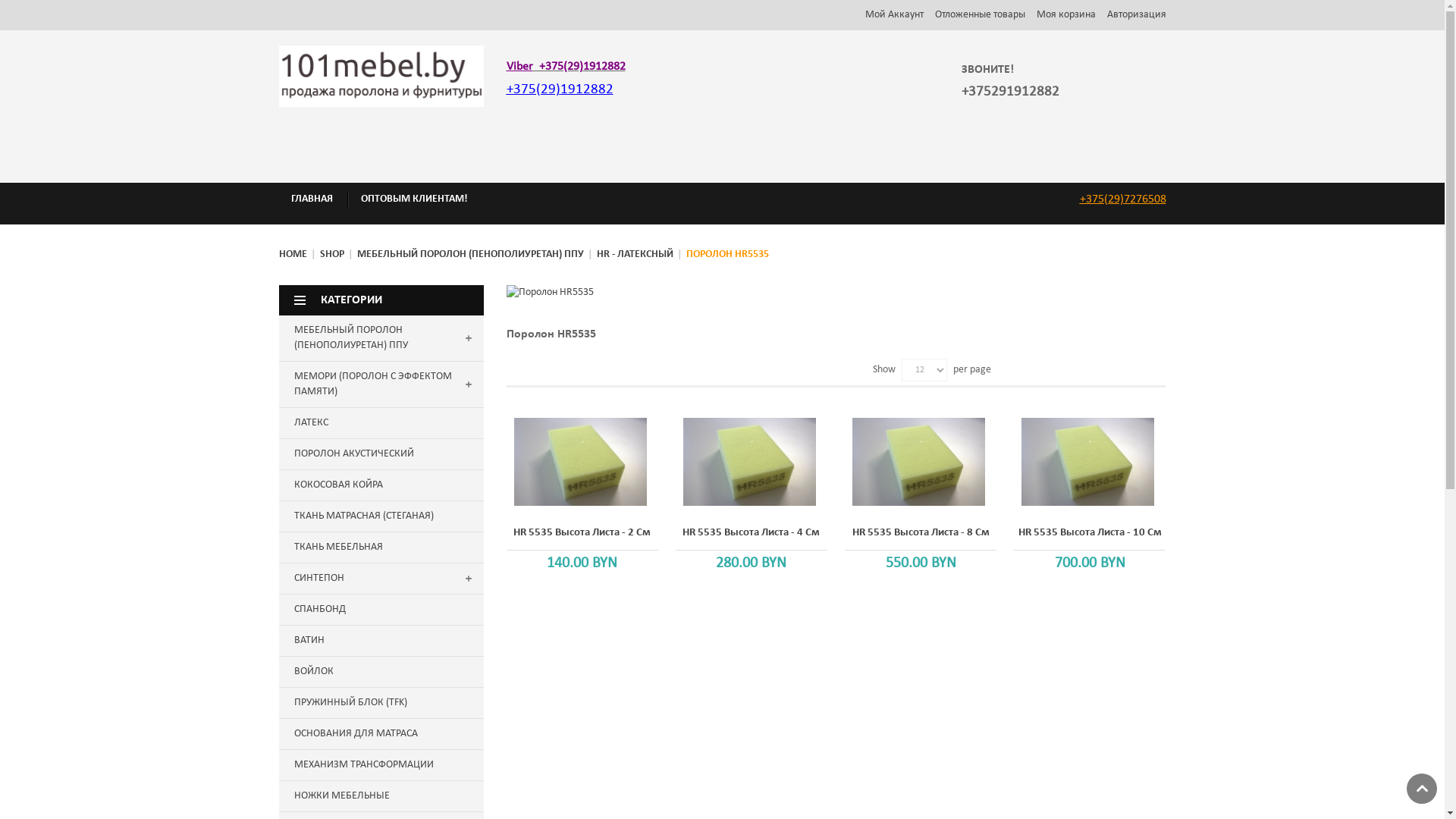 This screenshot has width=1456, height=819. Describe the element at coordinates (1105, 198) in the screenshot. I see `'+375(29)7'` at that location.